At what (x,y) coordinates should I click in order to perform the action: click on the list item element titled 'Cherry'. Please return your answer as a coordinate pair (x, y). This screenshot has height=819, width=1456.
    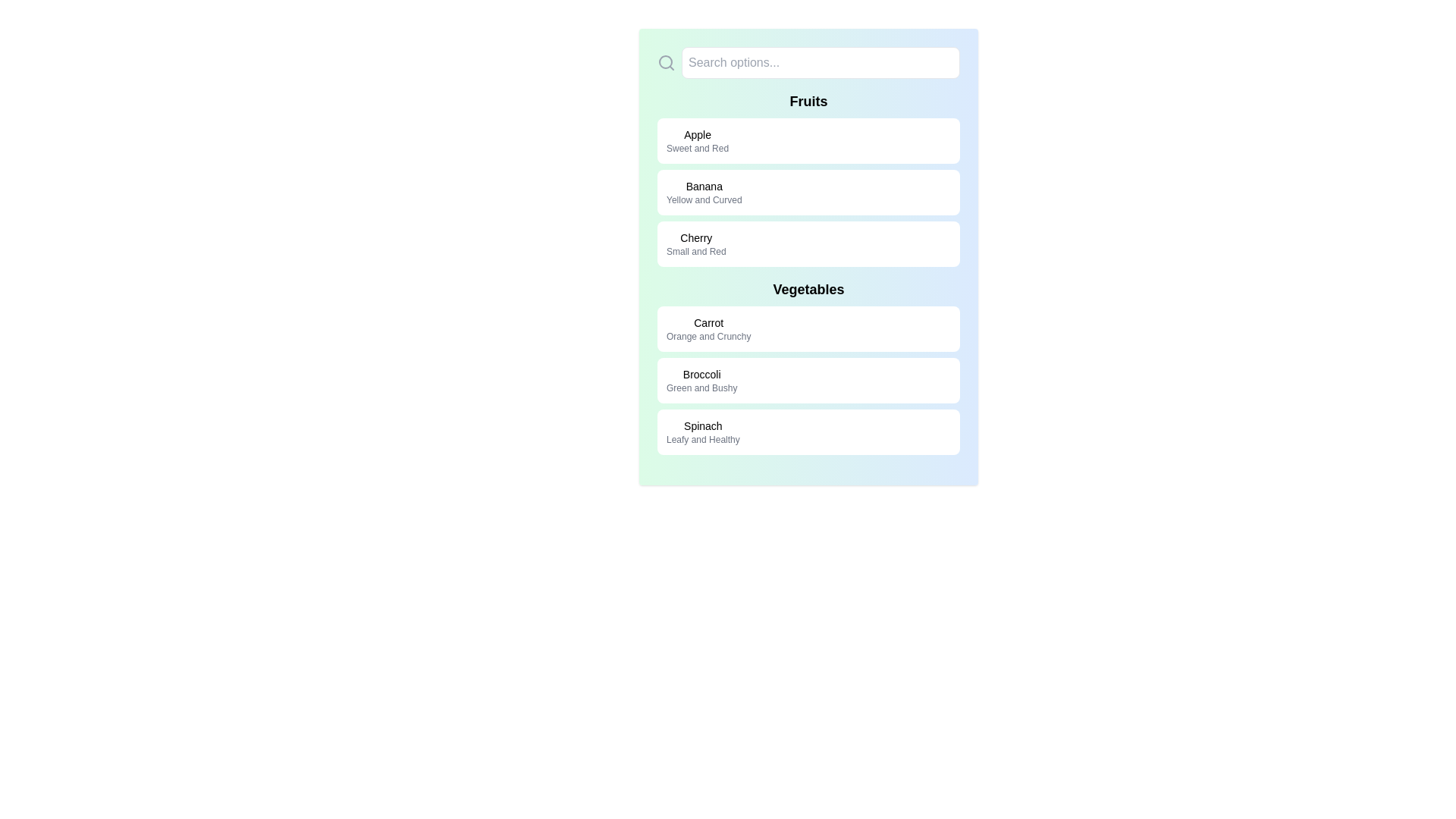
    Looking at the image, I should click on (808, 243).